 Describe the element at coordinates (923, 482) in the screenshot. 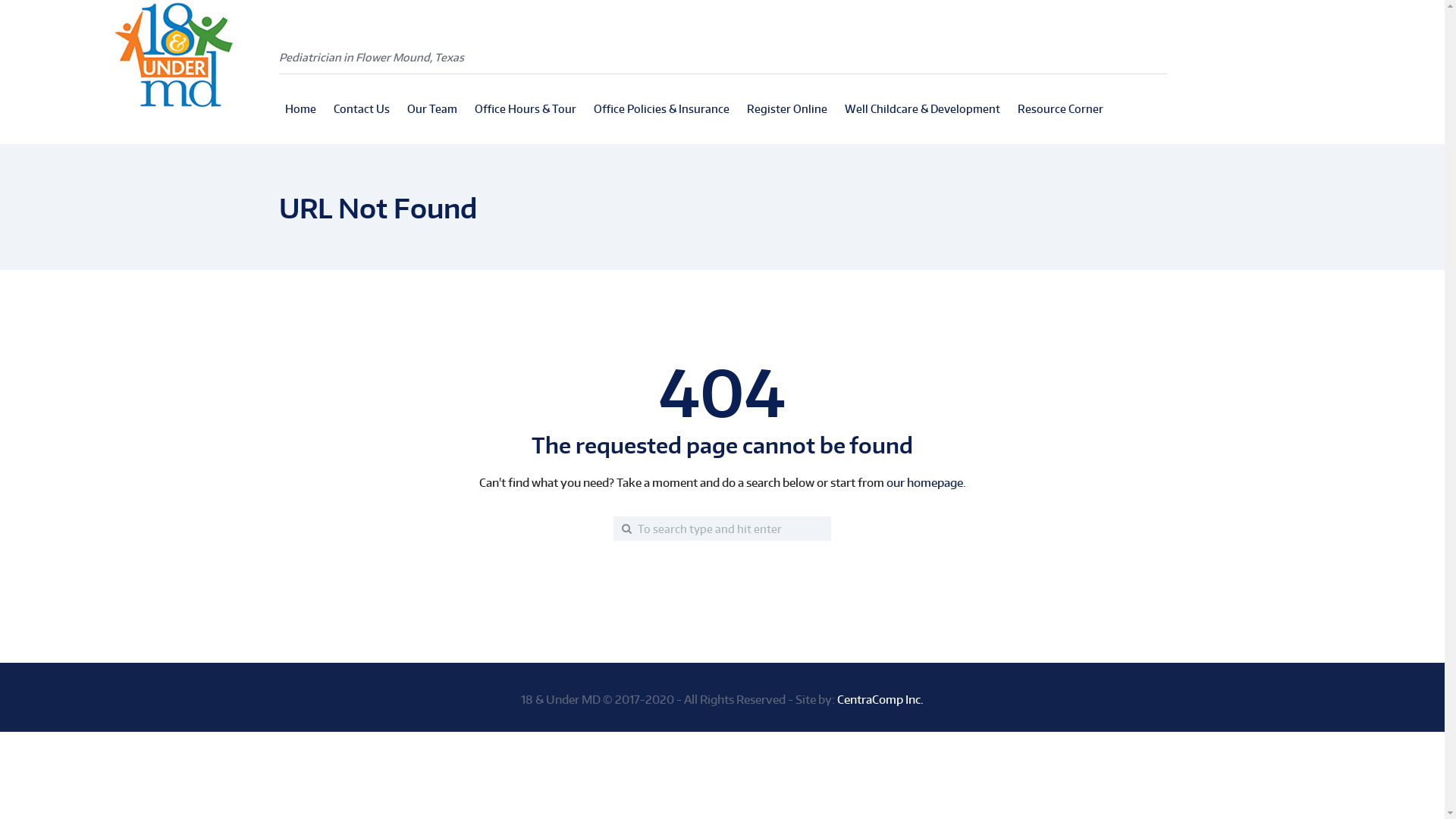

I see `'our homepage'` at that location.